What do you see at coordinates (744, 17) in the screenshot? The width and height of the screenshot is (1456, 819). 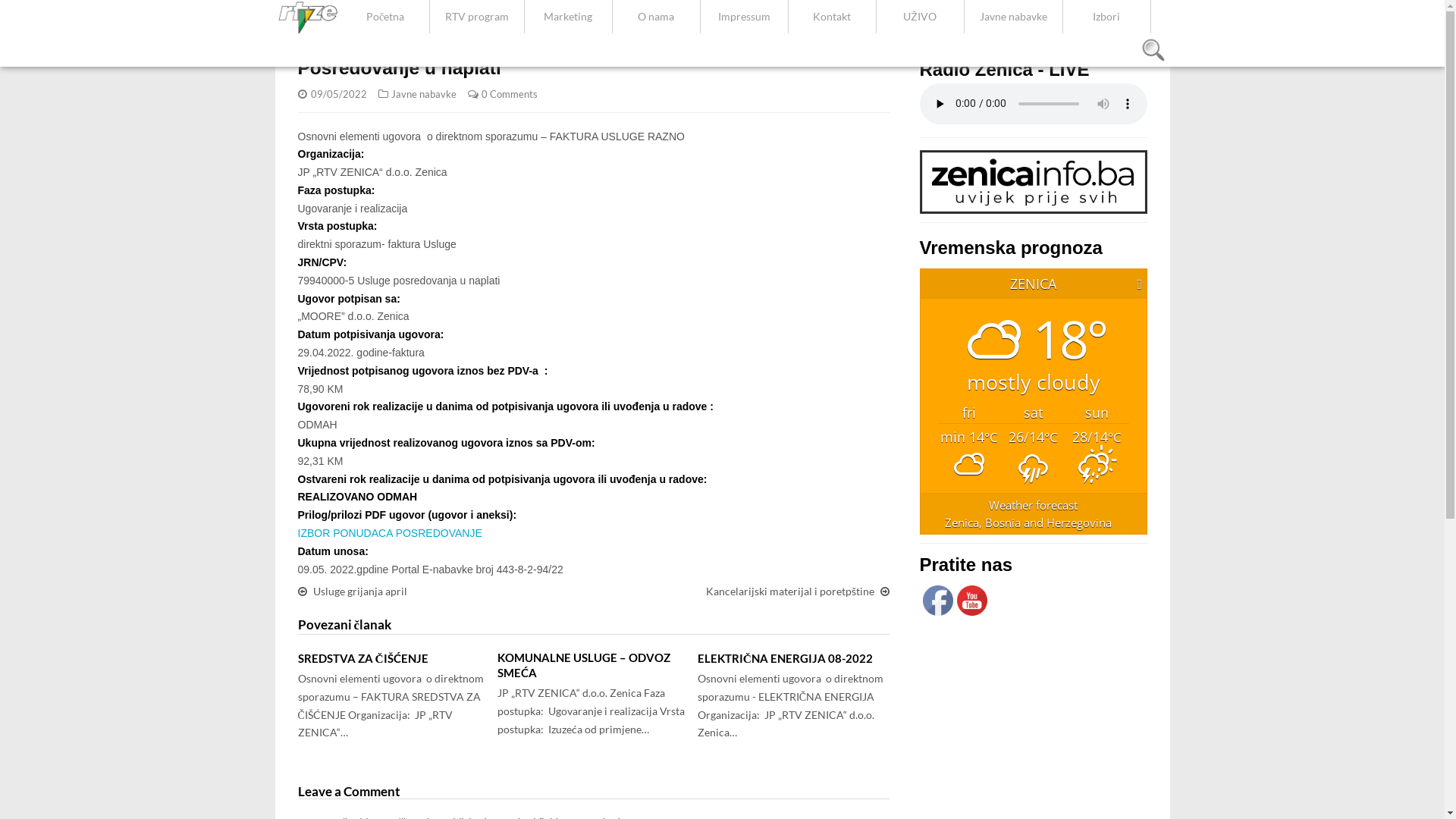 I see `'Impressum'` at bounding box center [744, 17].